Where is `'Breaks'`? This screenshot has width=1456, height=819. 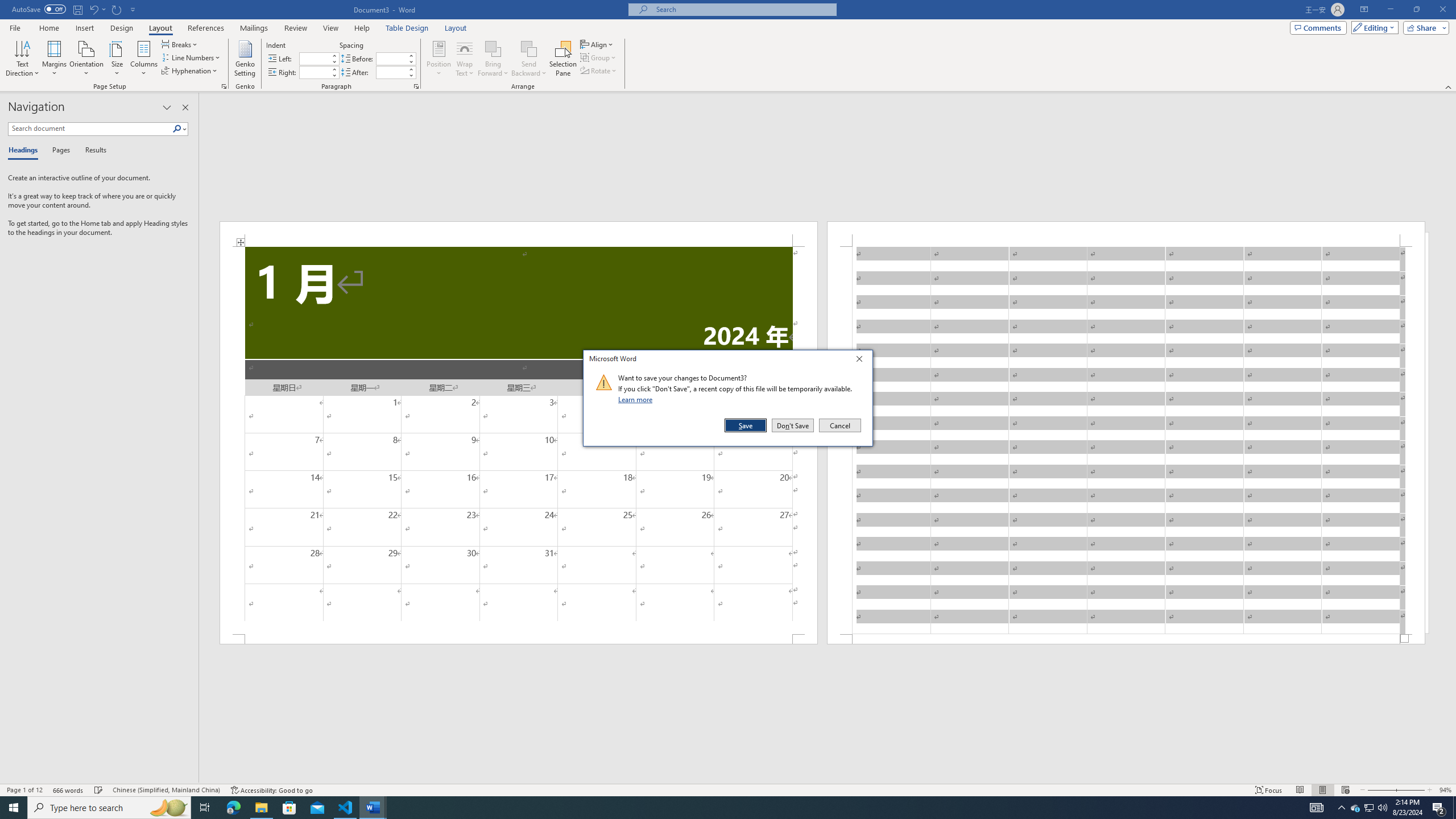
'Breaks' is located at coordinates (179, 44).